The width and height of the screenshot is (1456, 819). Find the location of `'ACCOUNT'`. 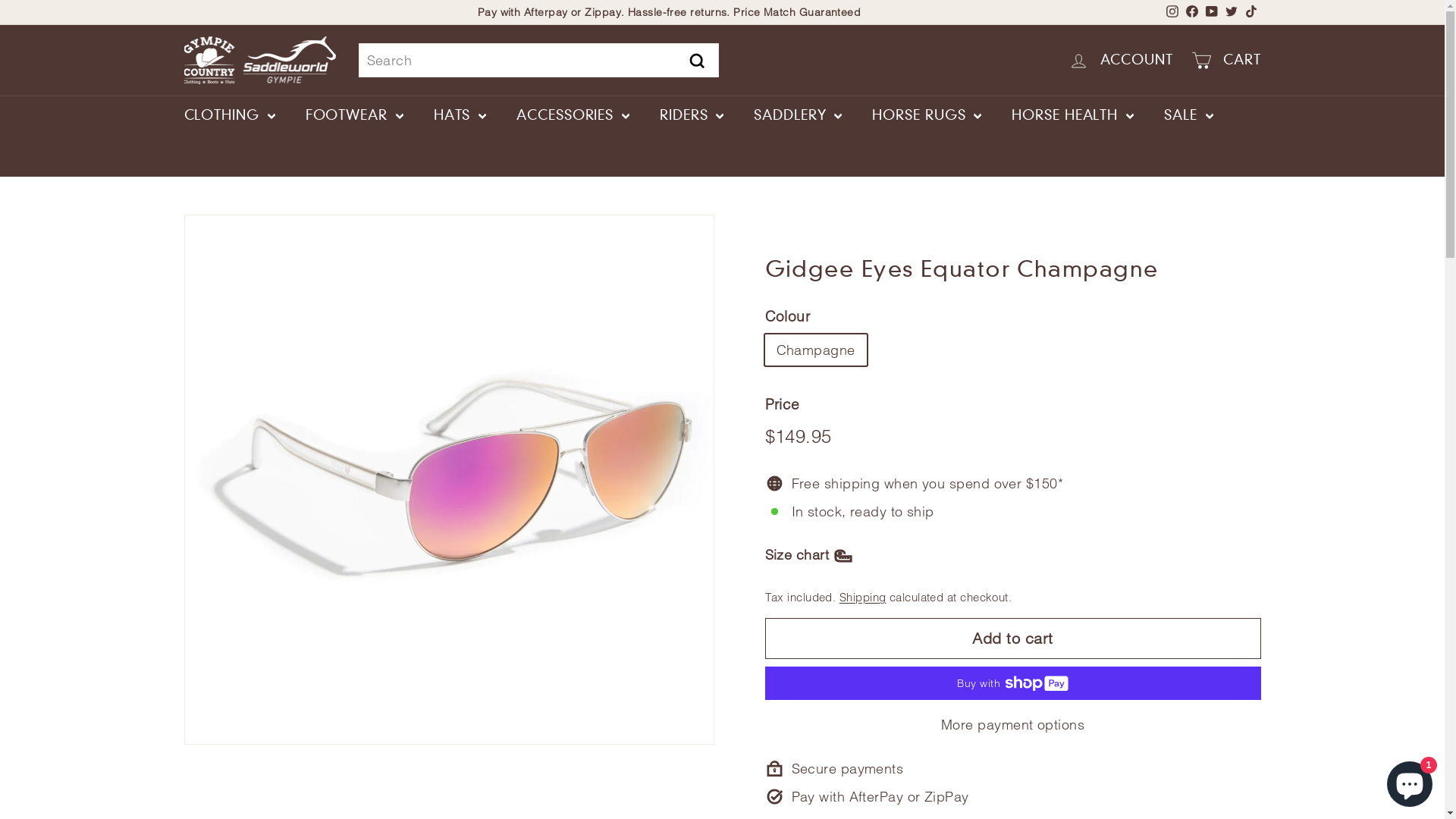

'ACCOUNT' is located at coordinates (1121, 59).